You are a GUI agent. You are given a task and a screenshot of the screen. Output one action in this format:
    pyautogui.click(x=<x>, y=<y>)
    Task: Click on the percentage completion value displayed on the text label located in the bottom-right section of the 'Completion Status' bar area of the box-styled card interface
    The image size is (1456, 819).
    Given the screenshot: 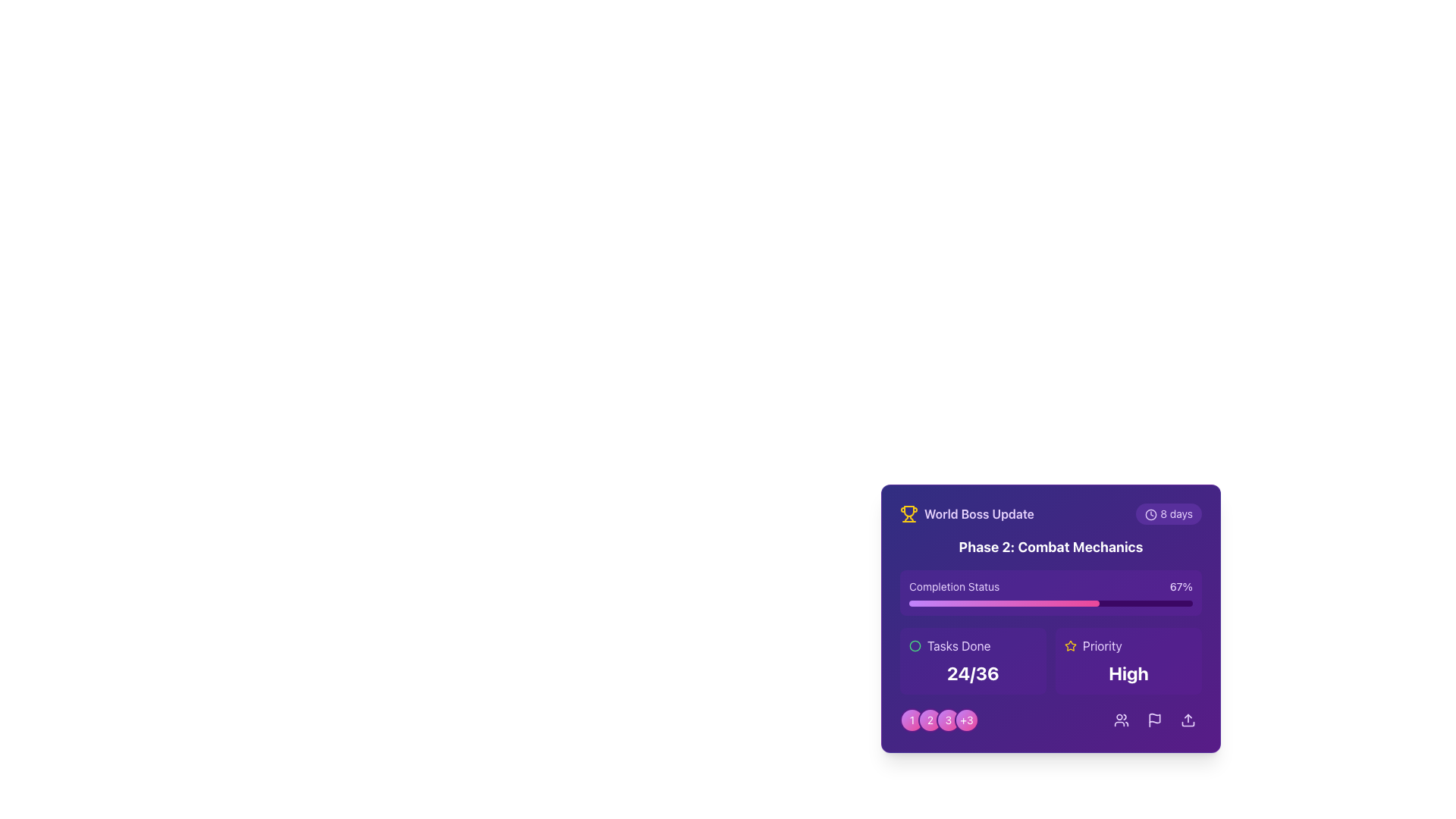 What is the action you would take?
    pyautogui.click(x=1180, y=586)
    